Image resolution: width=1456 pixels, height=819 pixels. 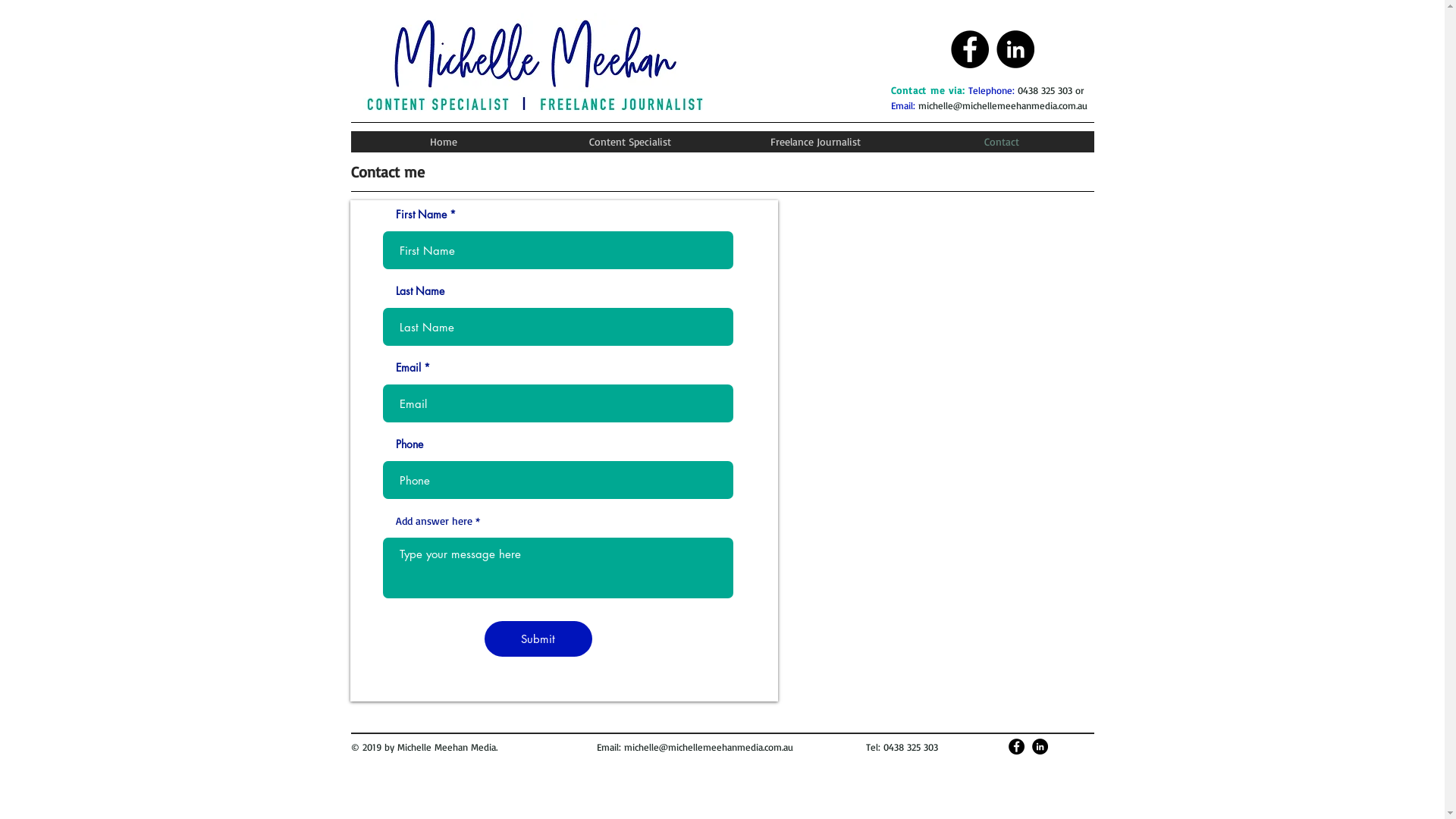 I want to click on 'CONCEPTS_MMM_RGB_Artboard 6.jpg', so click(x=533, y=66).